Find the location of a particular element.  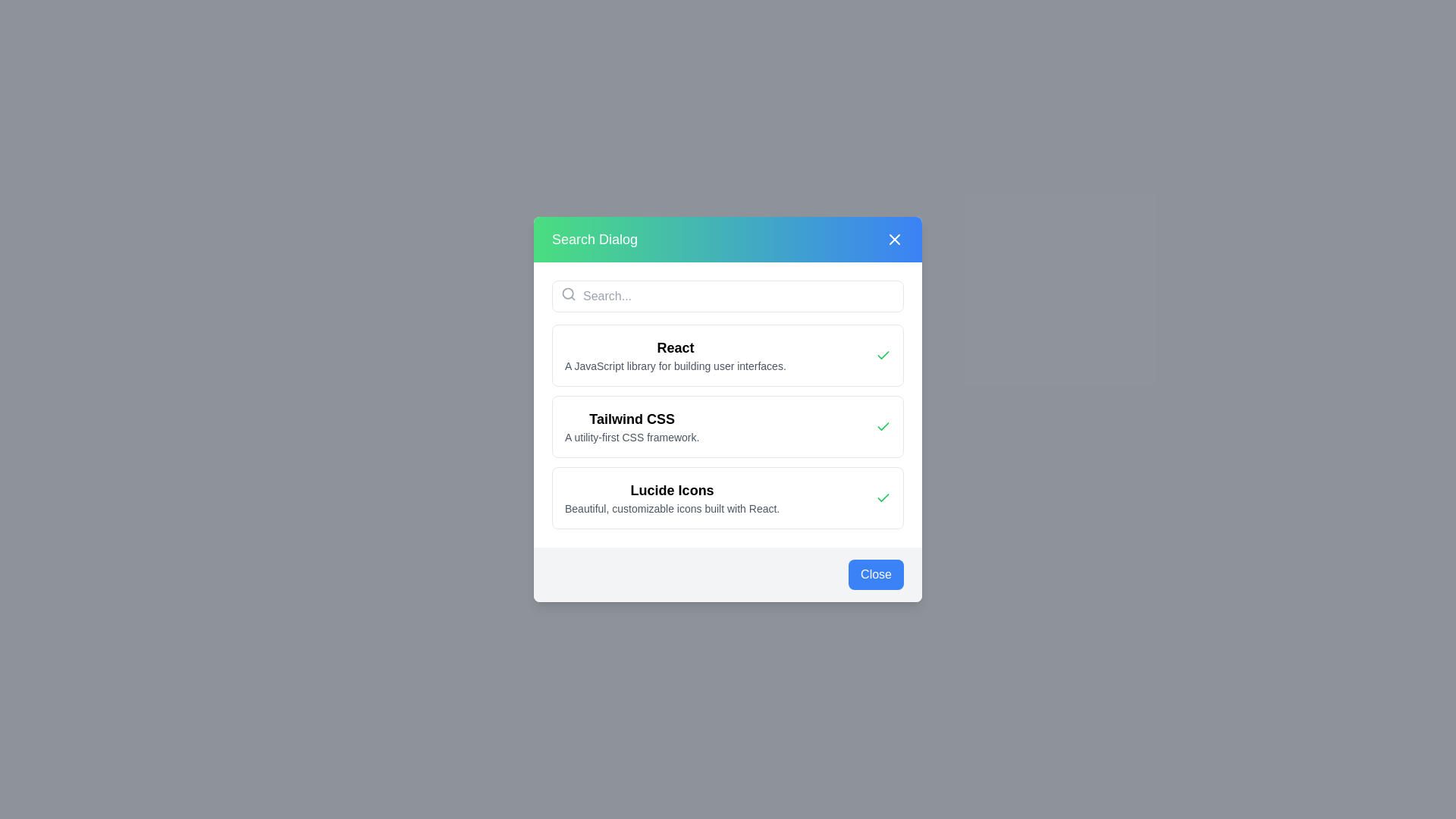

the 'Search Dialog' text label, which is bold and larger, located in the top bar with a gradient background is located at coordinates (594, 239).